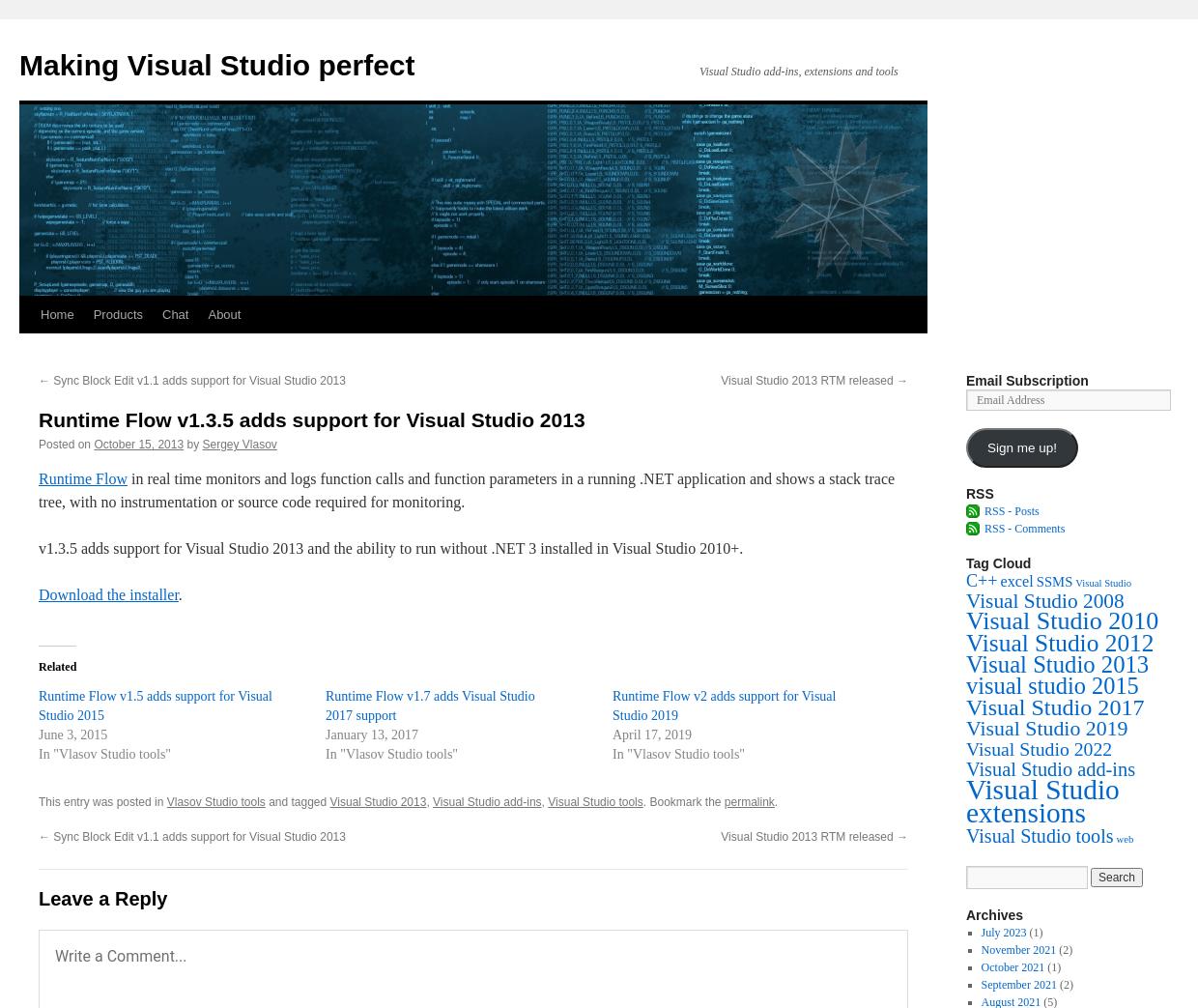 This screenshot has height=1008, width=1198. What do you see at coordinates (723, 802) in the screenshot?
I see `'permalink'` at bounding box center [723, 802].